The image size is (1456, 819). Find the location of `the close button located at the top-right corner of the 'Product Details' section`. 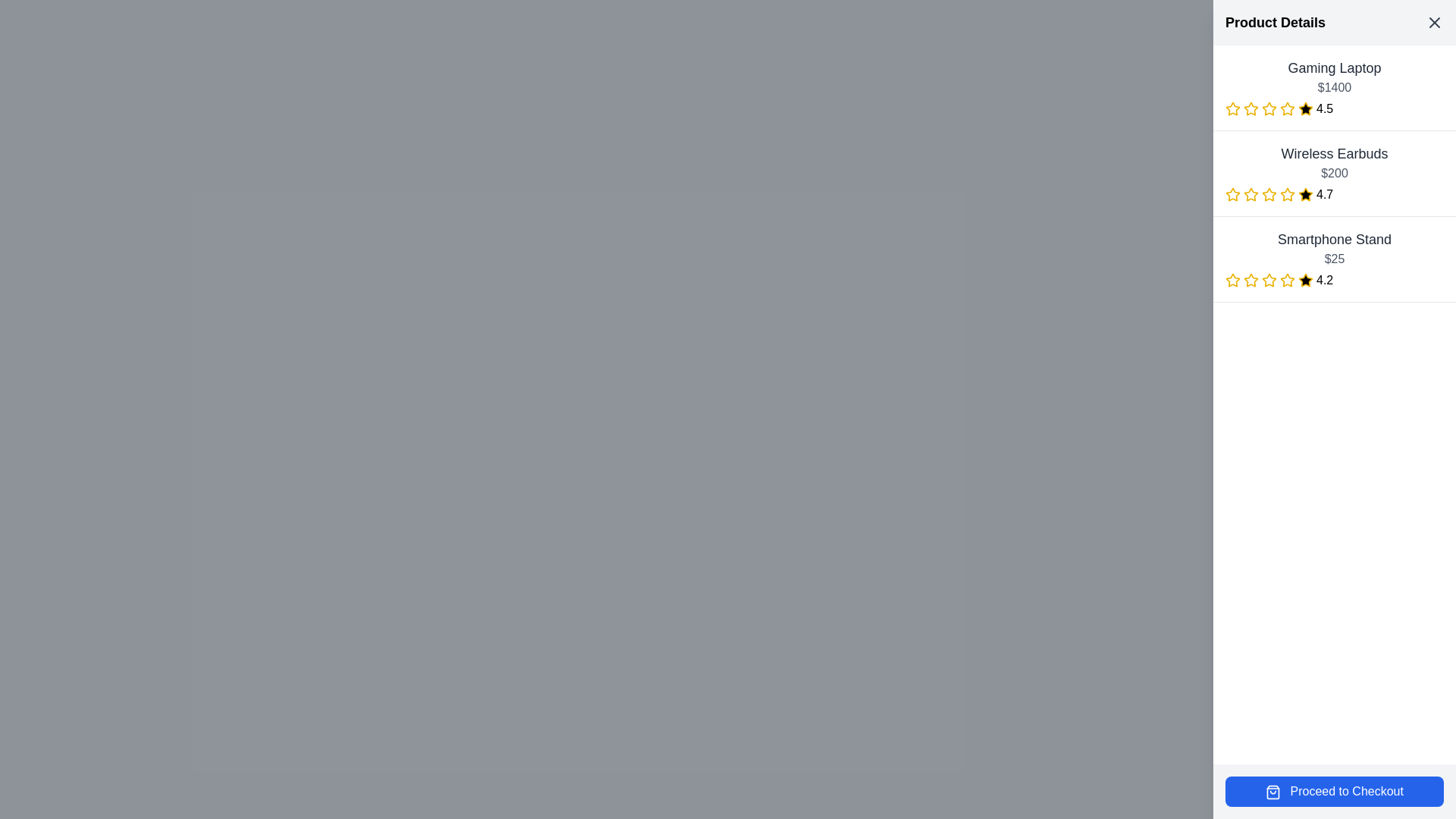

the close button located at the top-right corner of the 'Product Details' section is located at coordinates (1433, 23).